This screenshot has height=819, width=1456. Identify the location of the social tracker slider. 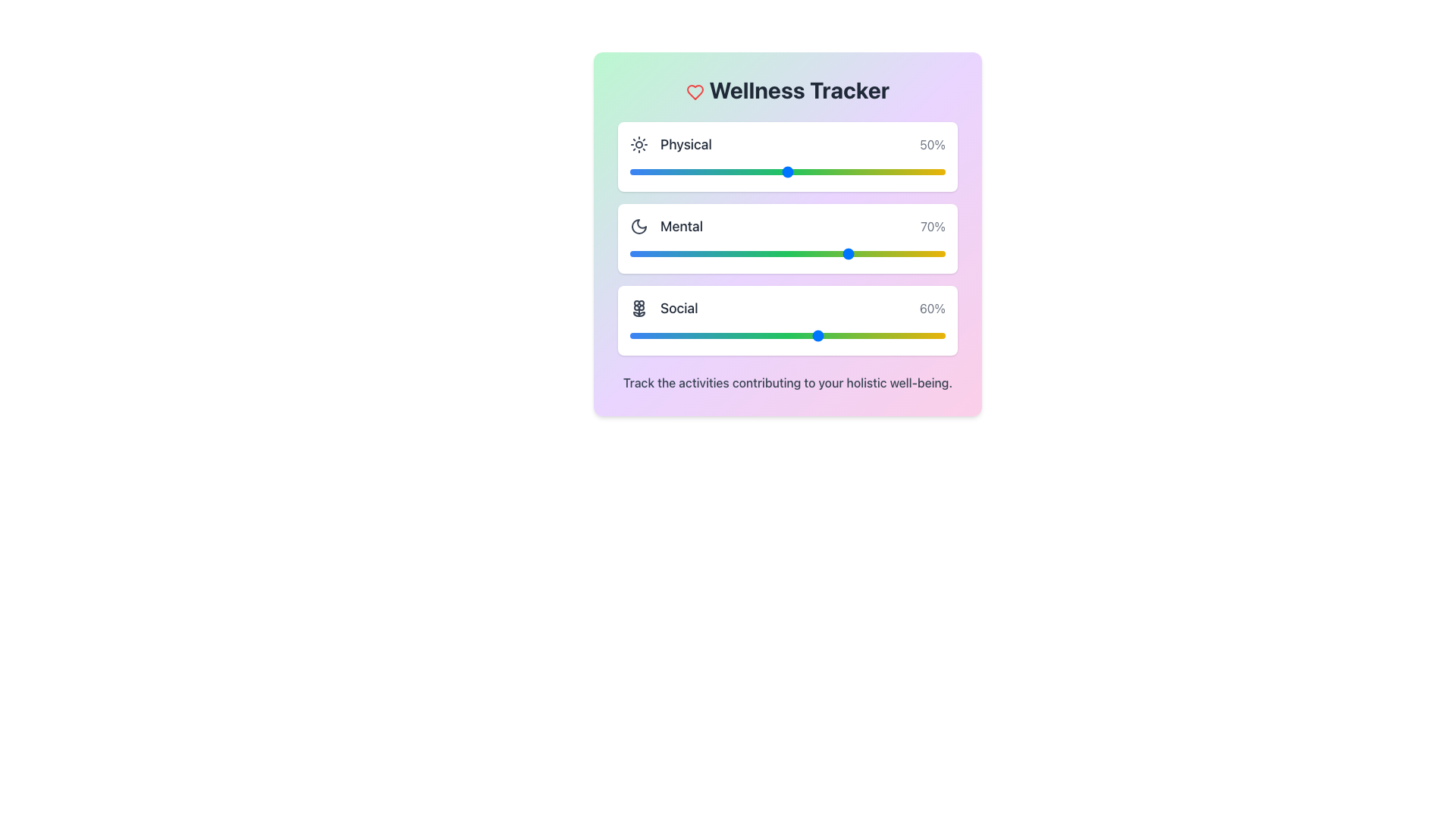
(793, 335).